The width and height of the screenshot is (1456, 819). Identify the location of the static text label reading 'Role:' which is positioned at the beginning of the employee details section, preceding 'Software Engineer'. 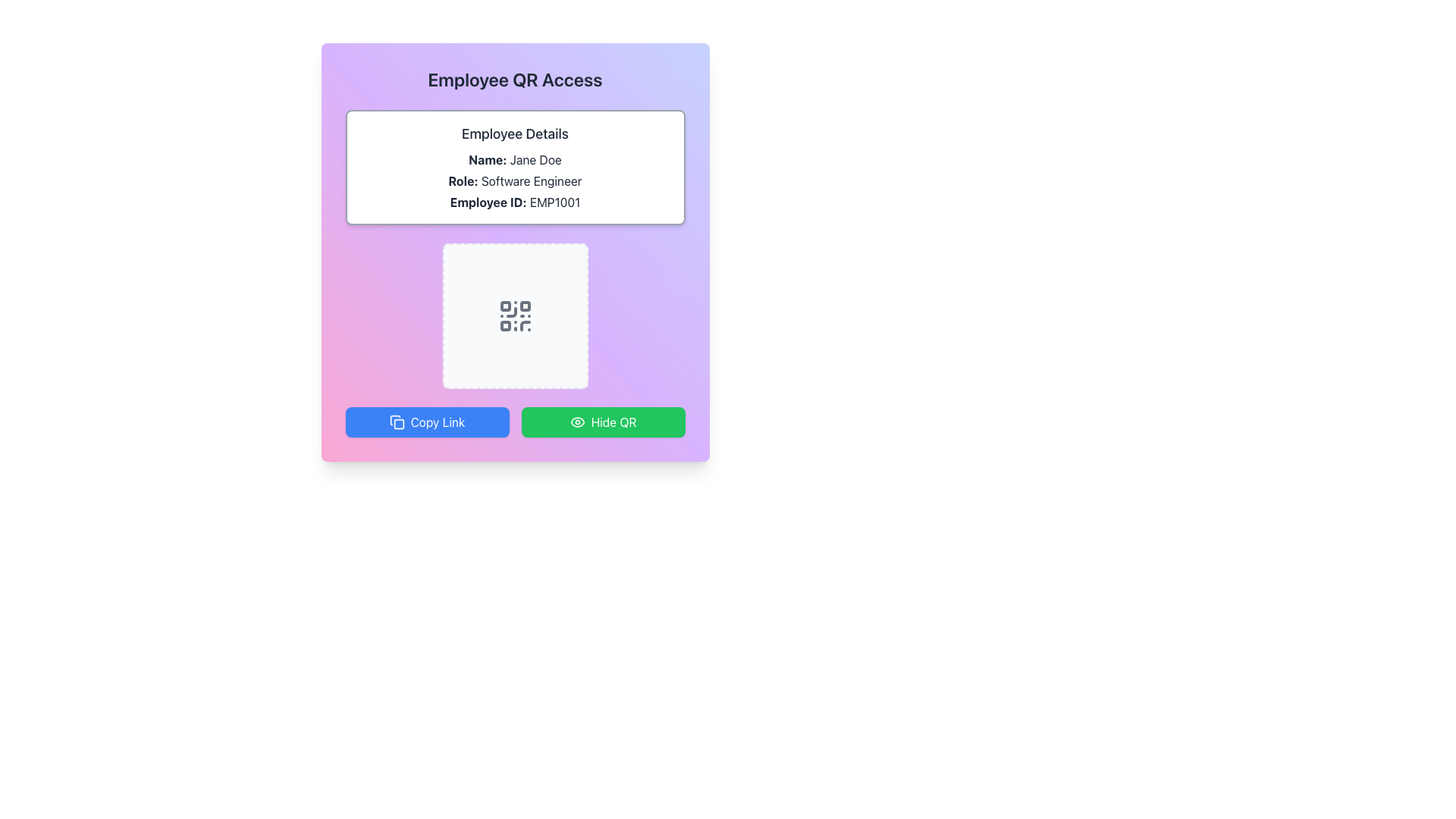
(463, 180).